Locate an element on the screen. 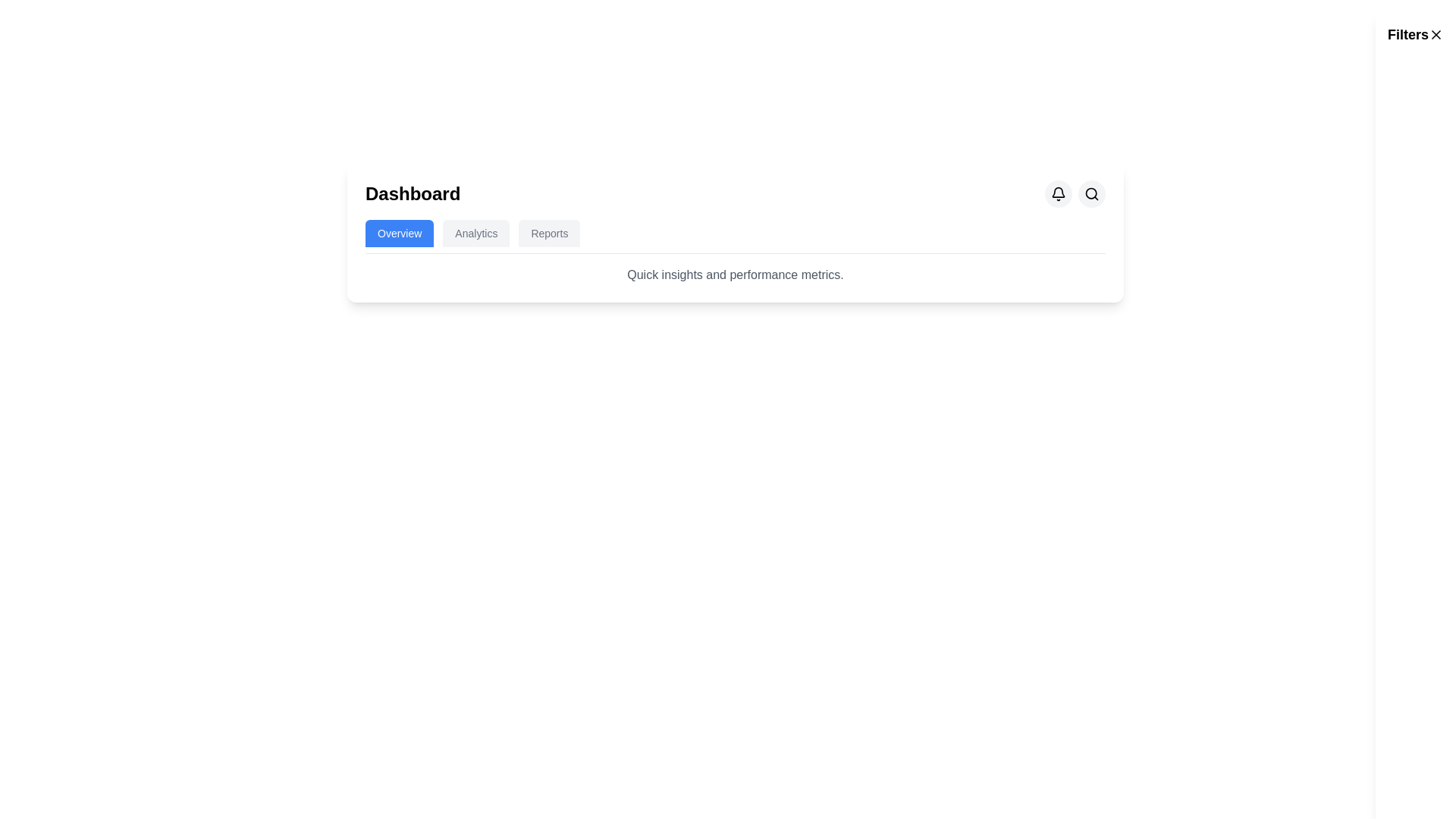 The width and height of the screenshot is (1456, 819). the central circle of the magnifying glass icon located at the top-right corner of the interface is located at coordinates (1090, 193).